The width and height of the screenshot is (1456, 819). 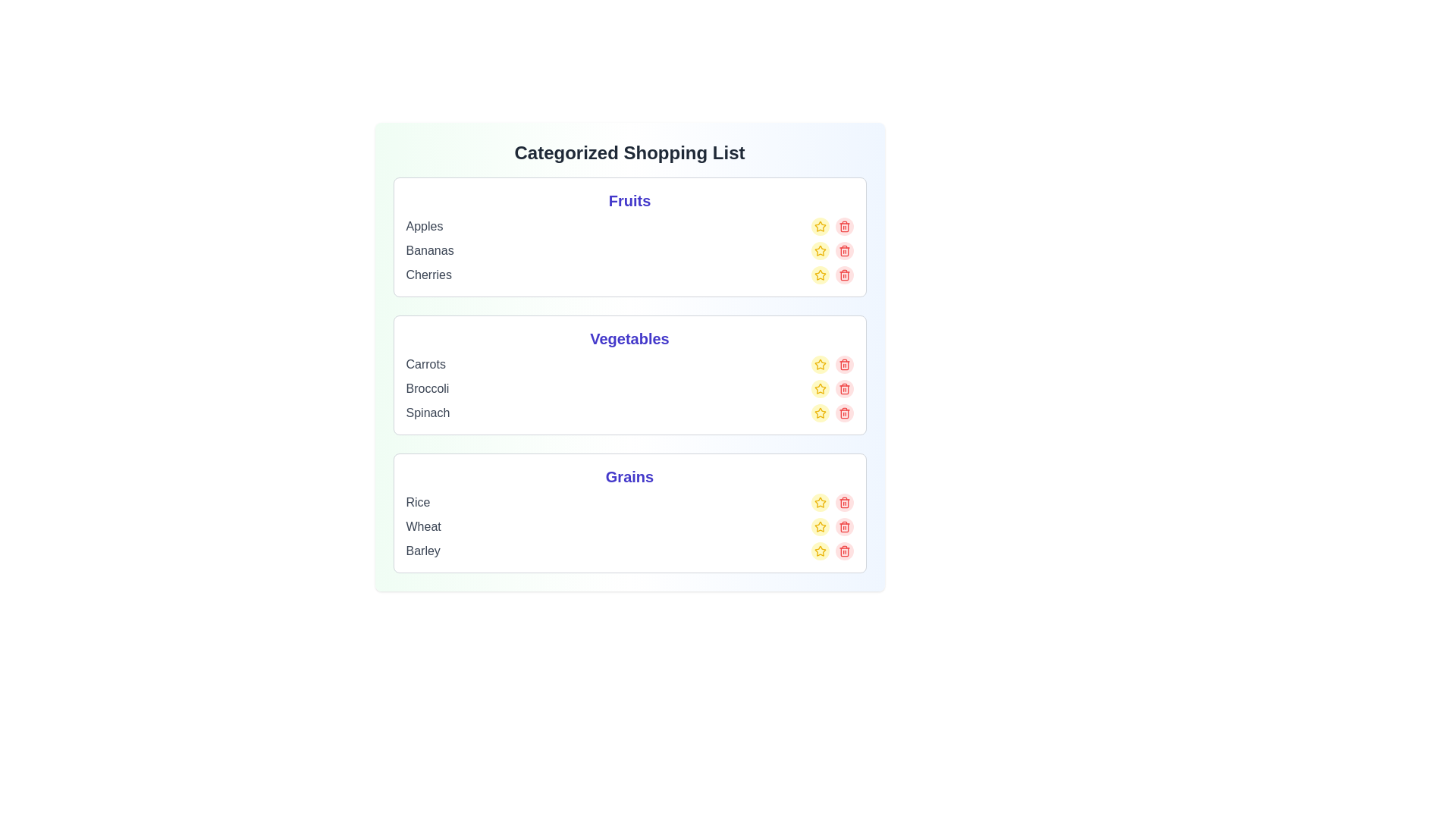 I want to click on the 'Mark as Favorite' button for the item 'Apples', so click(x=819, y=227).